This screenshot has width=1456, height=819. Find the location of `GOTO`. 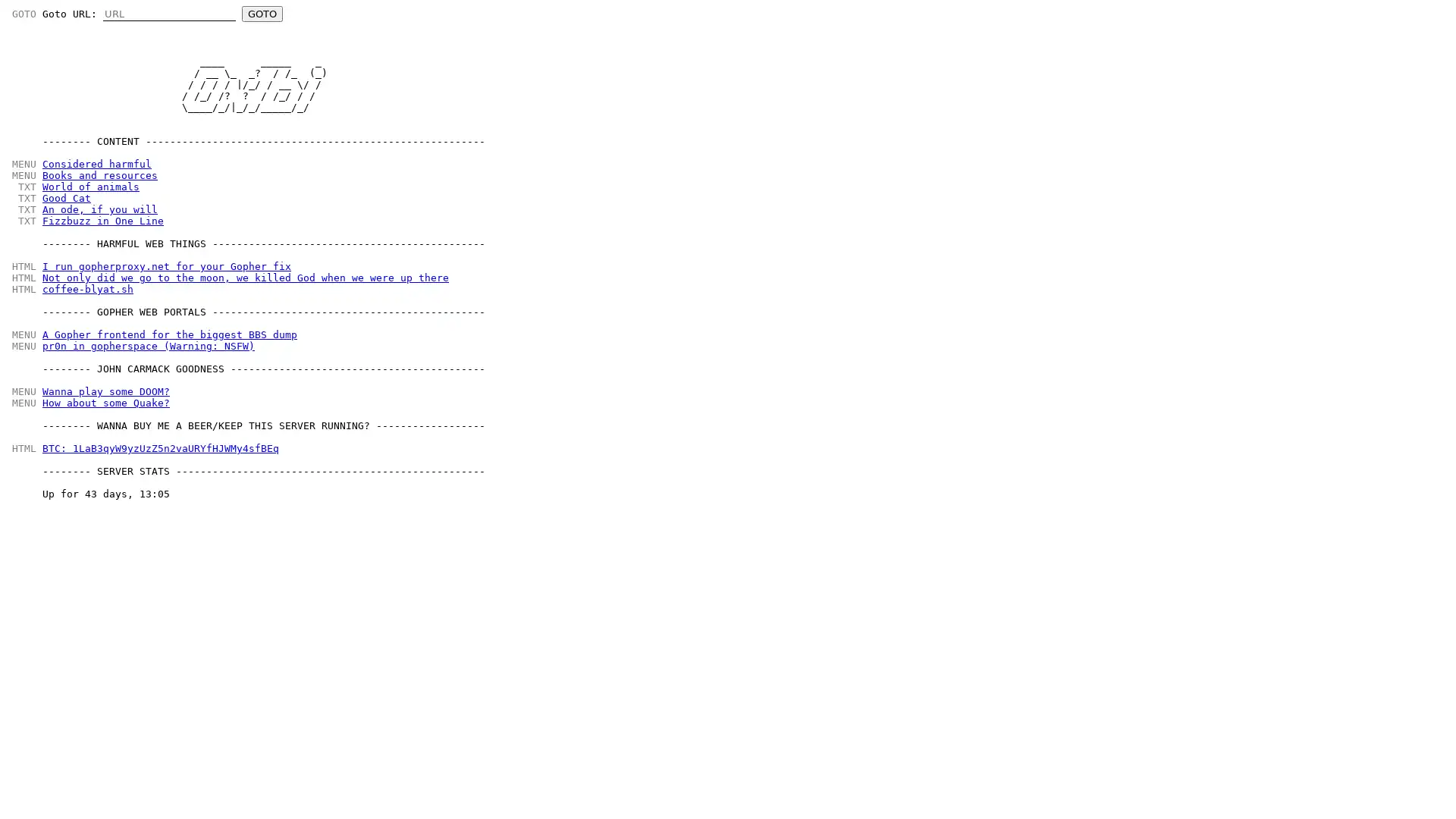

GOTO is located at coordinates (262, 14).